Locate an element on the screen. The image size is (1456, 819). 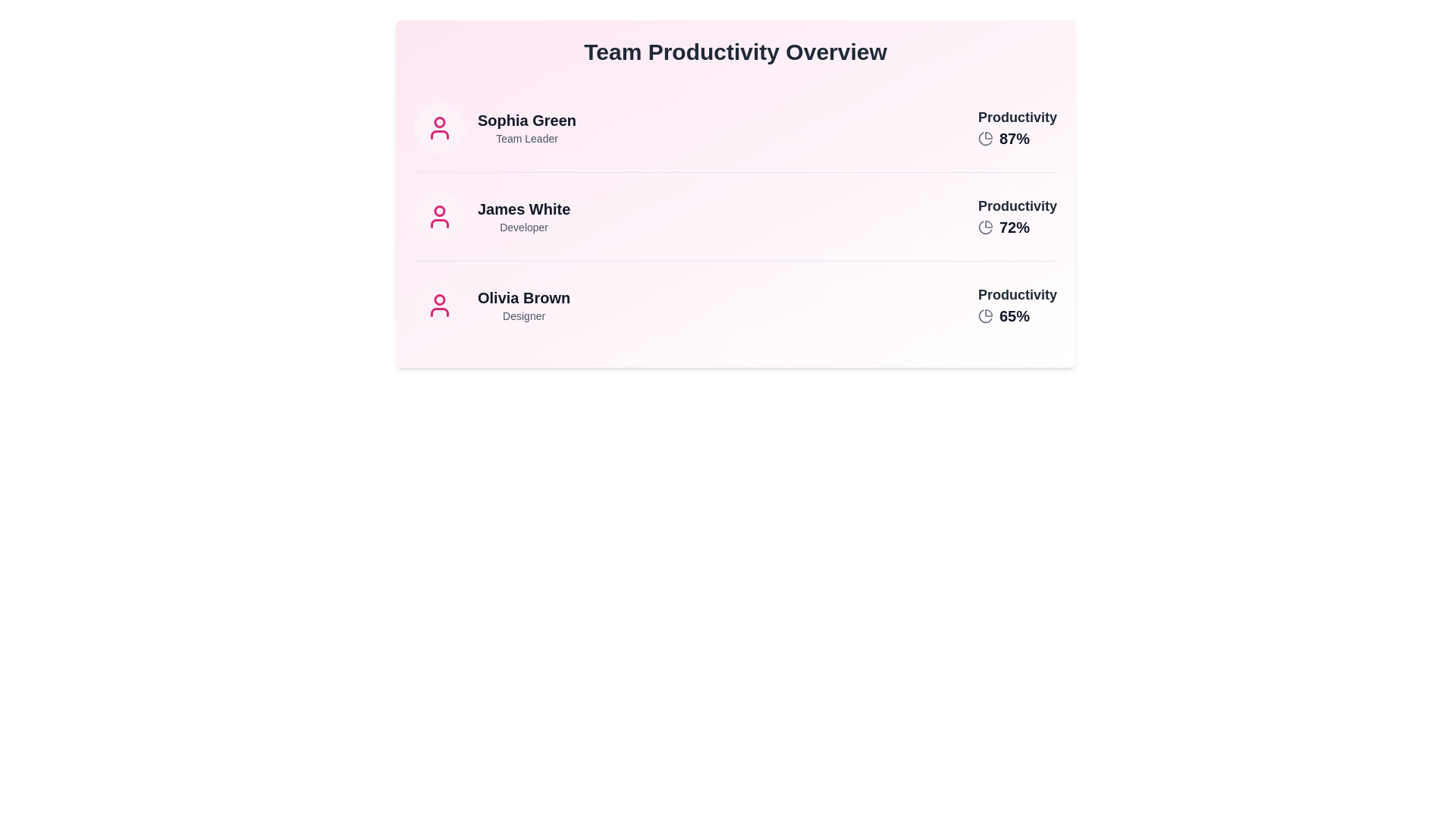
the SVG Circle representing the head of the user icon for James White, which is located in the second row of the list, aligned to the left side is located at coordinates (439, 211).